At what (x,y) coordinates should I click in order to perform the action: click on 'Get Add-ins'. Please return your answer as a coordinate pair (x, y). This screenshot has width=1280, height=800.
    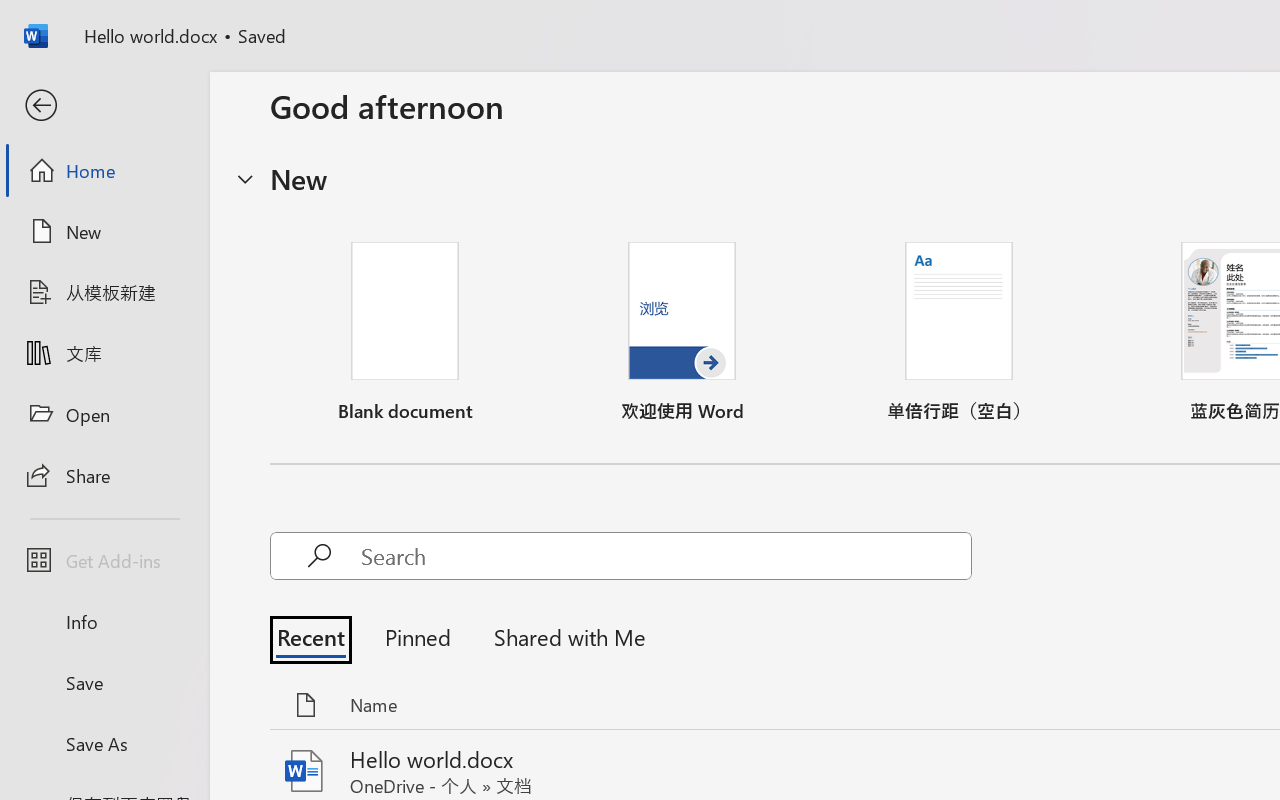
    Looking at the image, I should click on (103, 560).